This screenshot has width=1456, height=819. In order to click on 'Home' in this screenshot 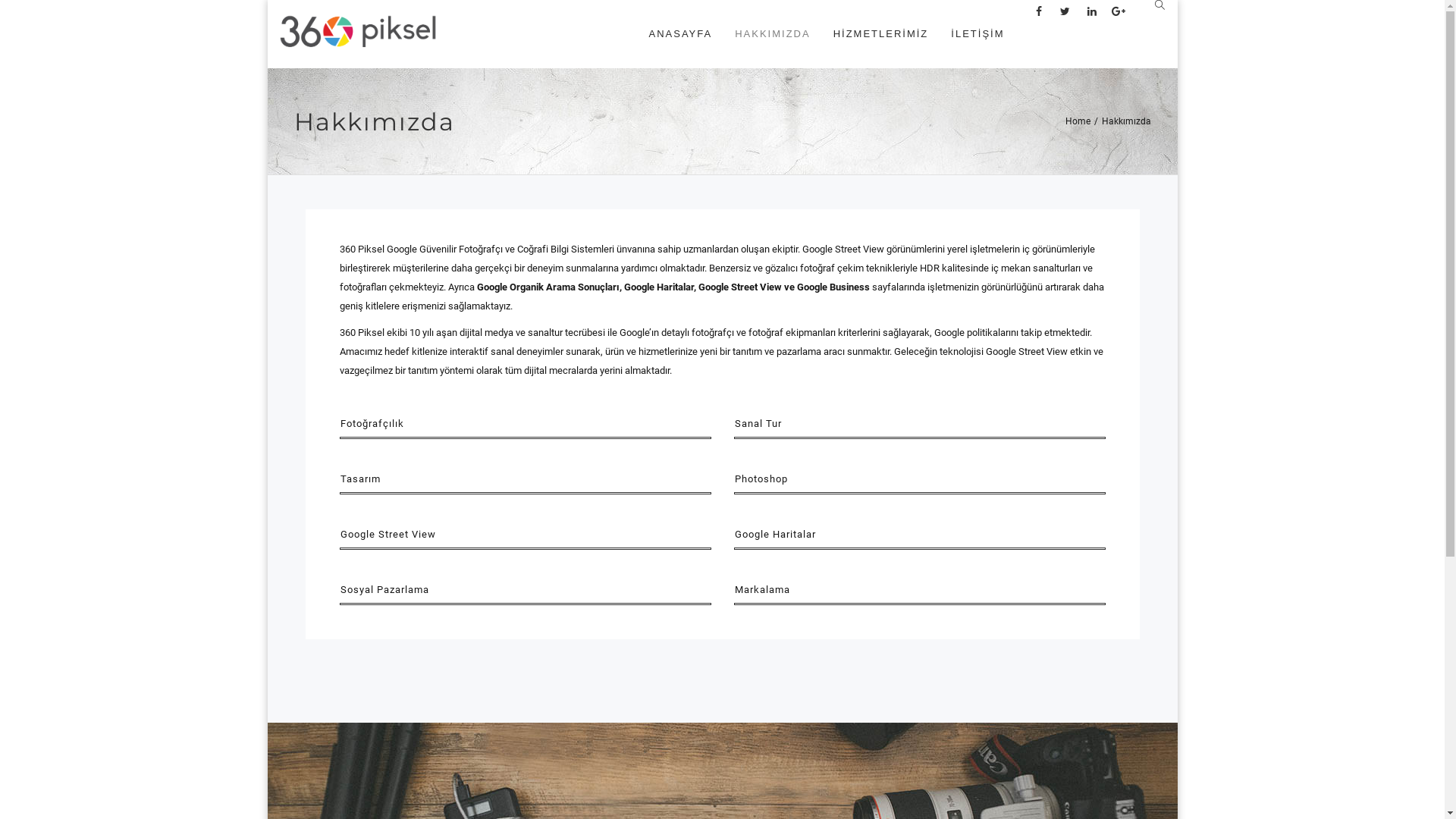, I will do `click(1076, 119)`.